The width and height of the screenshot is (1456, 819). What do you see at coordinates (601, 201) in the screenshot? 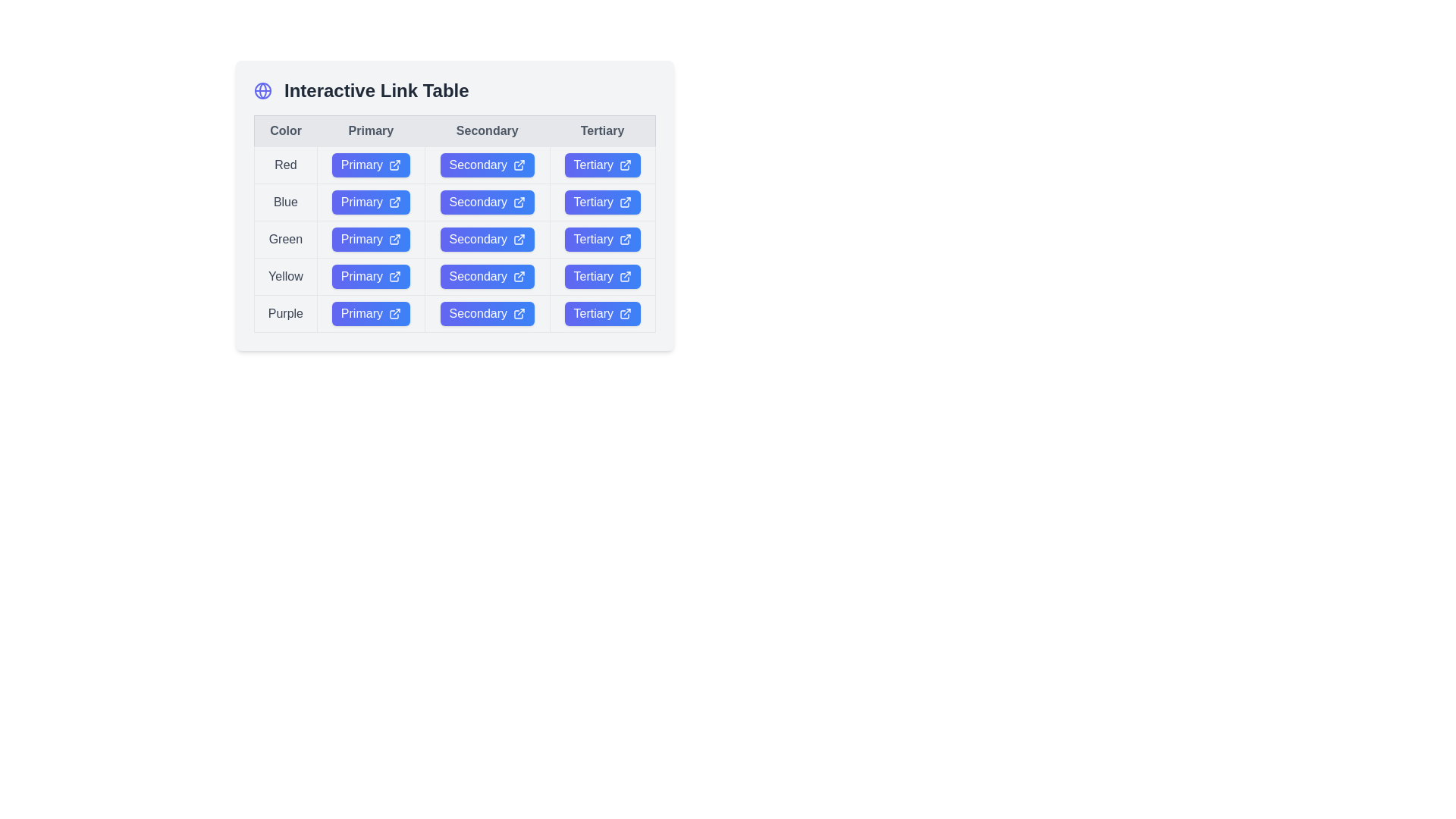
I see `the button in the 'Tertiary' column of the second row, which is associated with the 'Blue' category` at bounding box center [601, 201].